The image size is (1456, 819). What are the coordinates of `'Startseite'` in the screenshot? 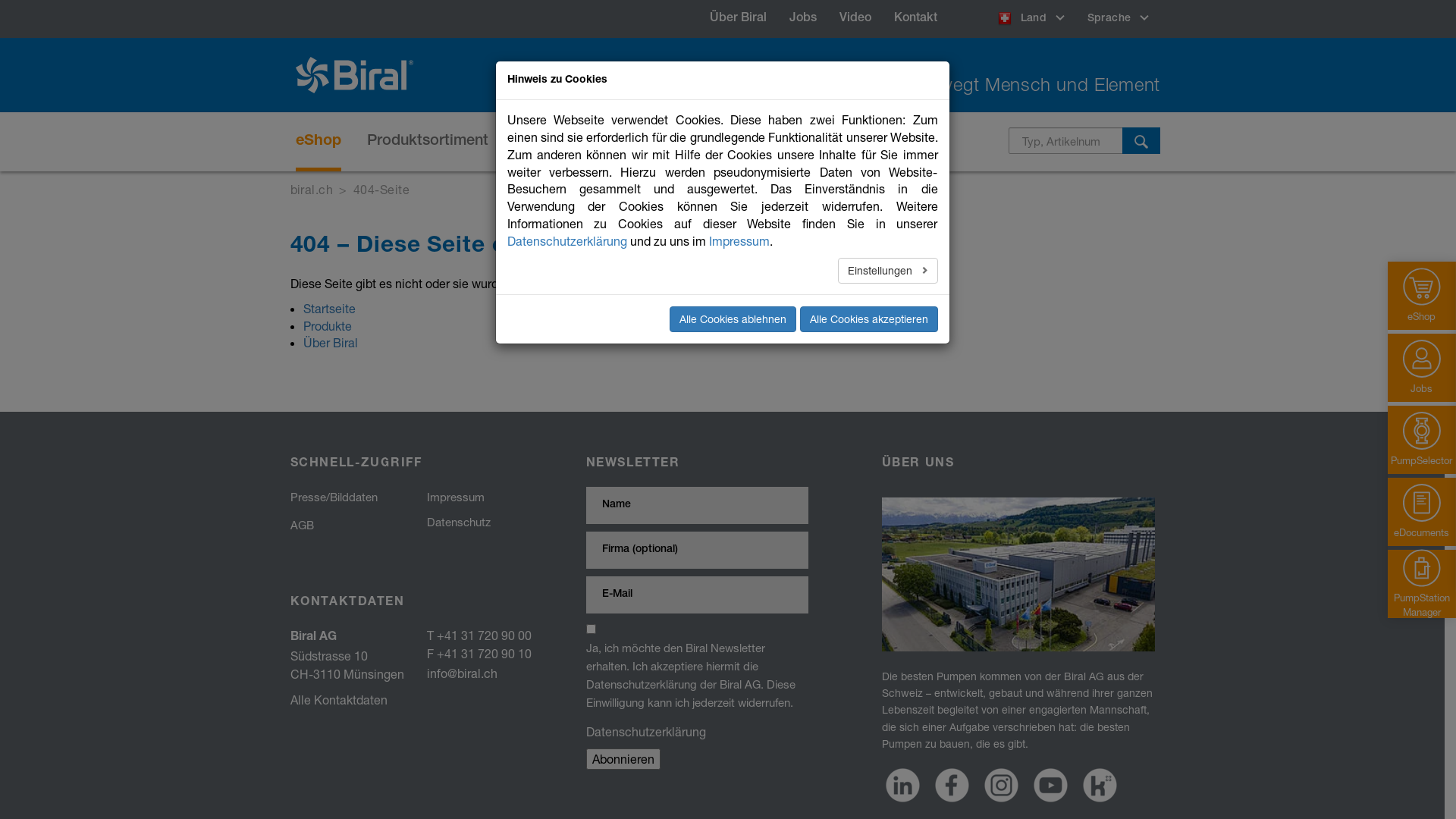 It's located at (303, 307).